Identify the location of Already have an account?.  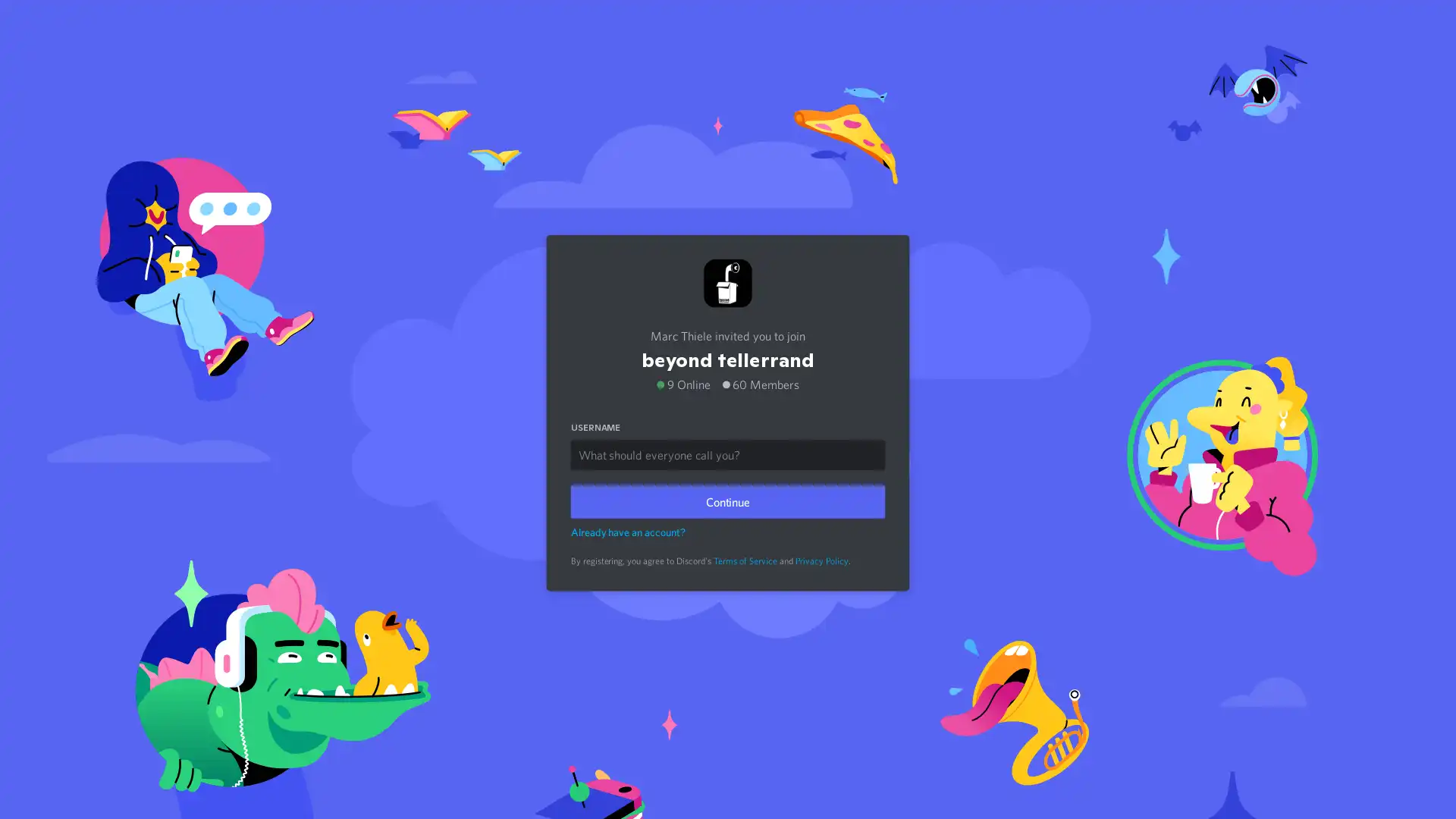
(628, 528).